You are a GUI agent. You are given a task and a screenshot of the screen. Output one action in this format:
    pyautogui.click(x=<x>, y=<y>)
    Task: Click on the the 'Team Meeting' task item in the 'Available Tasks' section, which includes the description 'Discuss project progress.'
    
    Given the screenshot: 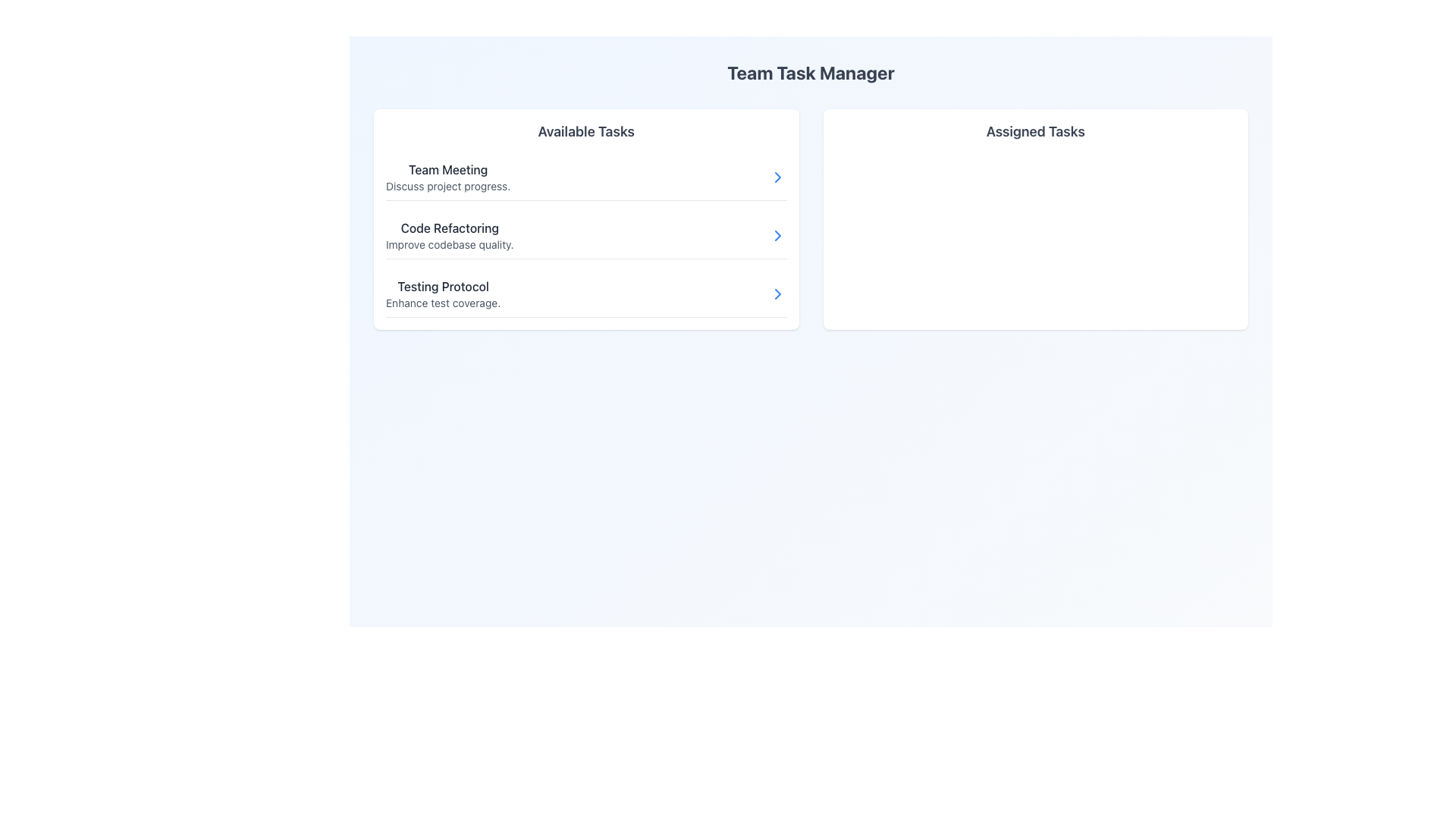 What is the action you would take?
    pyautogui.click(x=447, y=177)
    